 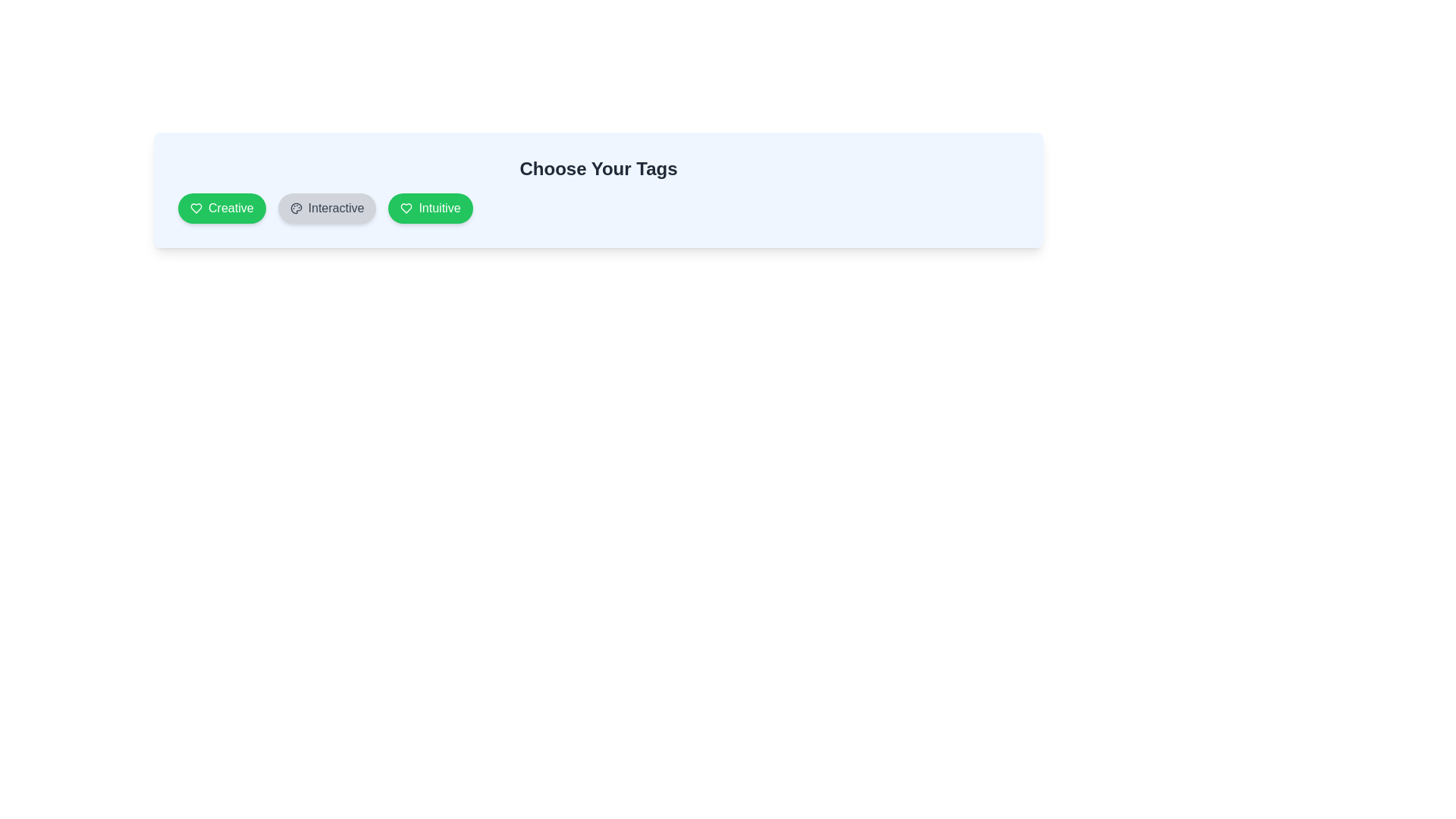 I want to click on the tag Intuitive, so click(x=429, y=208).